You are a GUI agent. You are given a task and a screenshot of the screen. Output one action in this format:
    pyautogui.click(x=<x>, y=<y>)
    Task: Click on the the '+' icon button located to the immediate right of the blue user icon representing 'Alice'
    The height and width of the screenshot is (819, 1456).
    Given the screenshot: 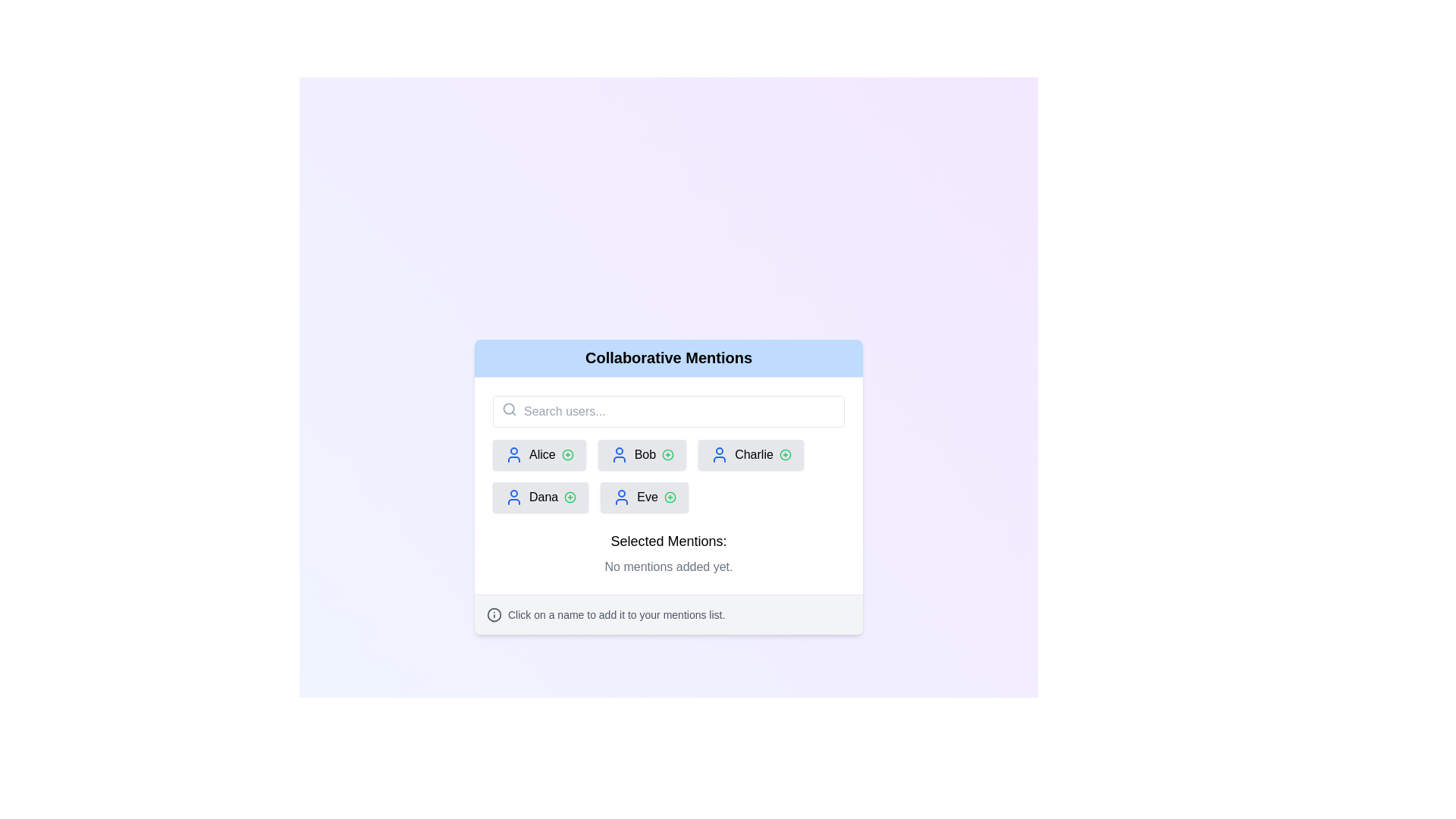 What is the action you would take?
    pyautogui.click(x=566, y=453)
    